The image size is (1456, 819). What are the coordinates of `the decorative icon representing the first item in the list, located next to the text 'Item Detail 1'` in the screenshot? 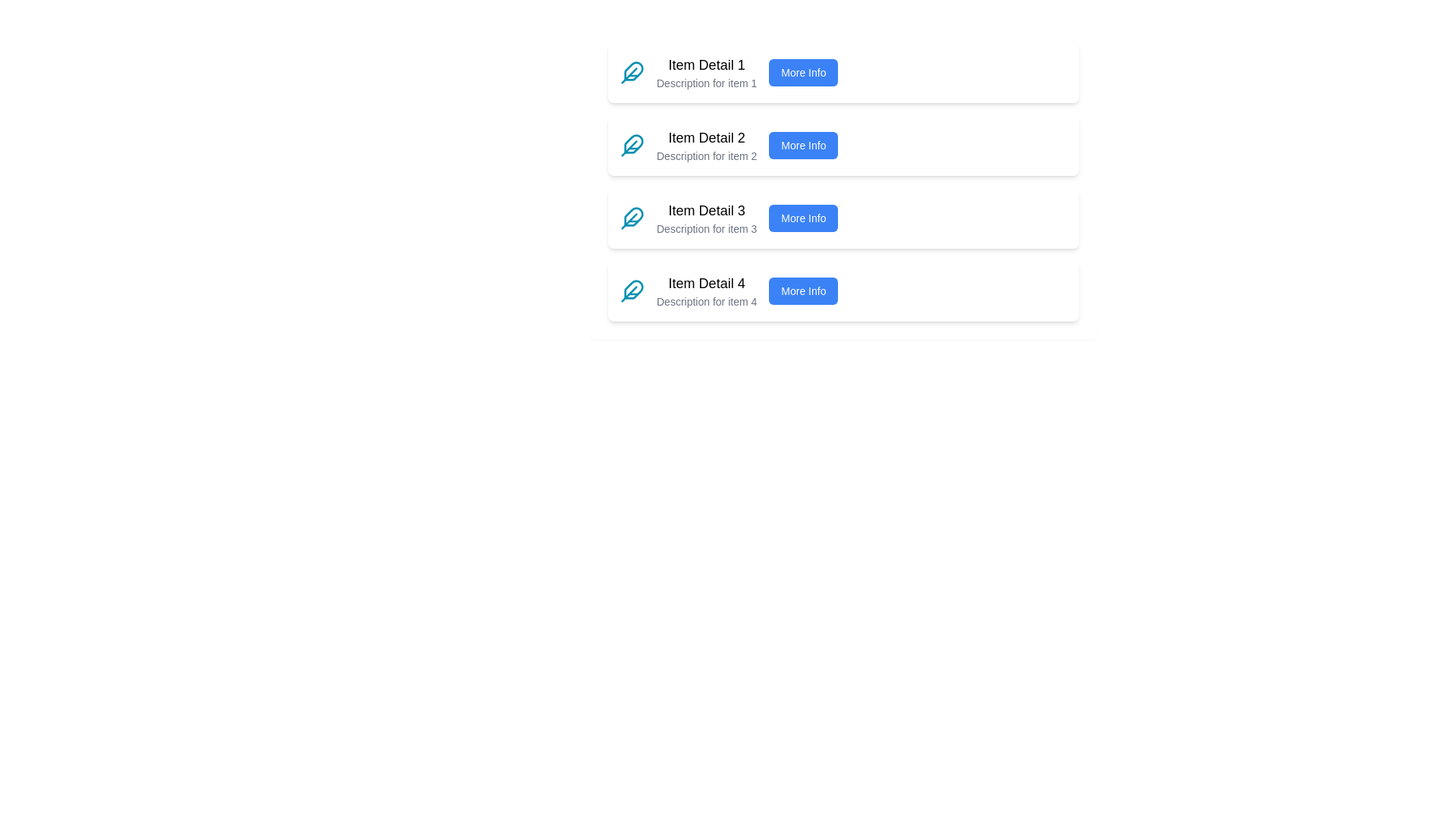 It's located at (632, 73).